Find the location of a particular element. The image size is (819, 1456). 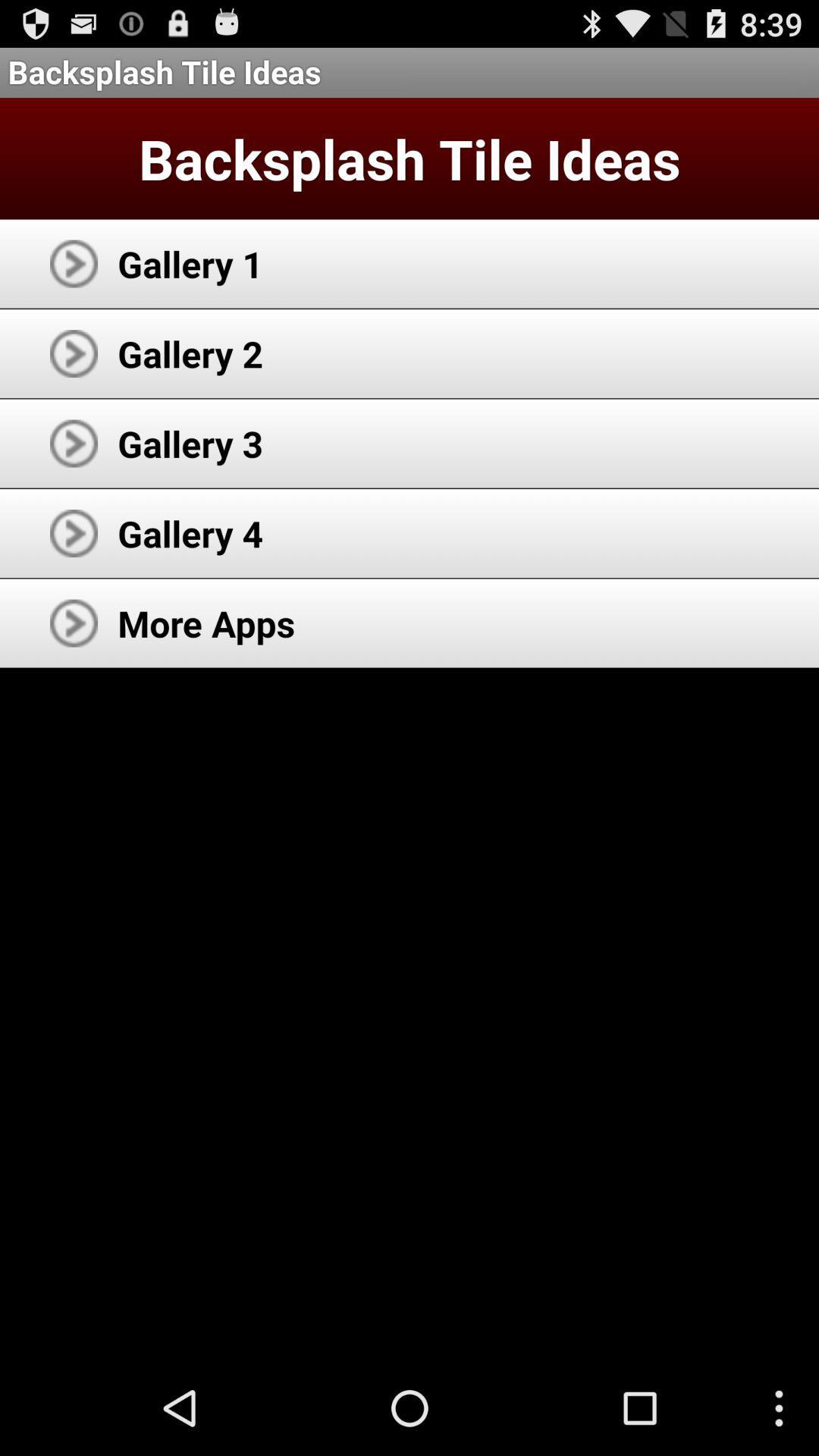

gallery 4 app is located at coordinates (190, 533).